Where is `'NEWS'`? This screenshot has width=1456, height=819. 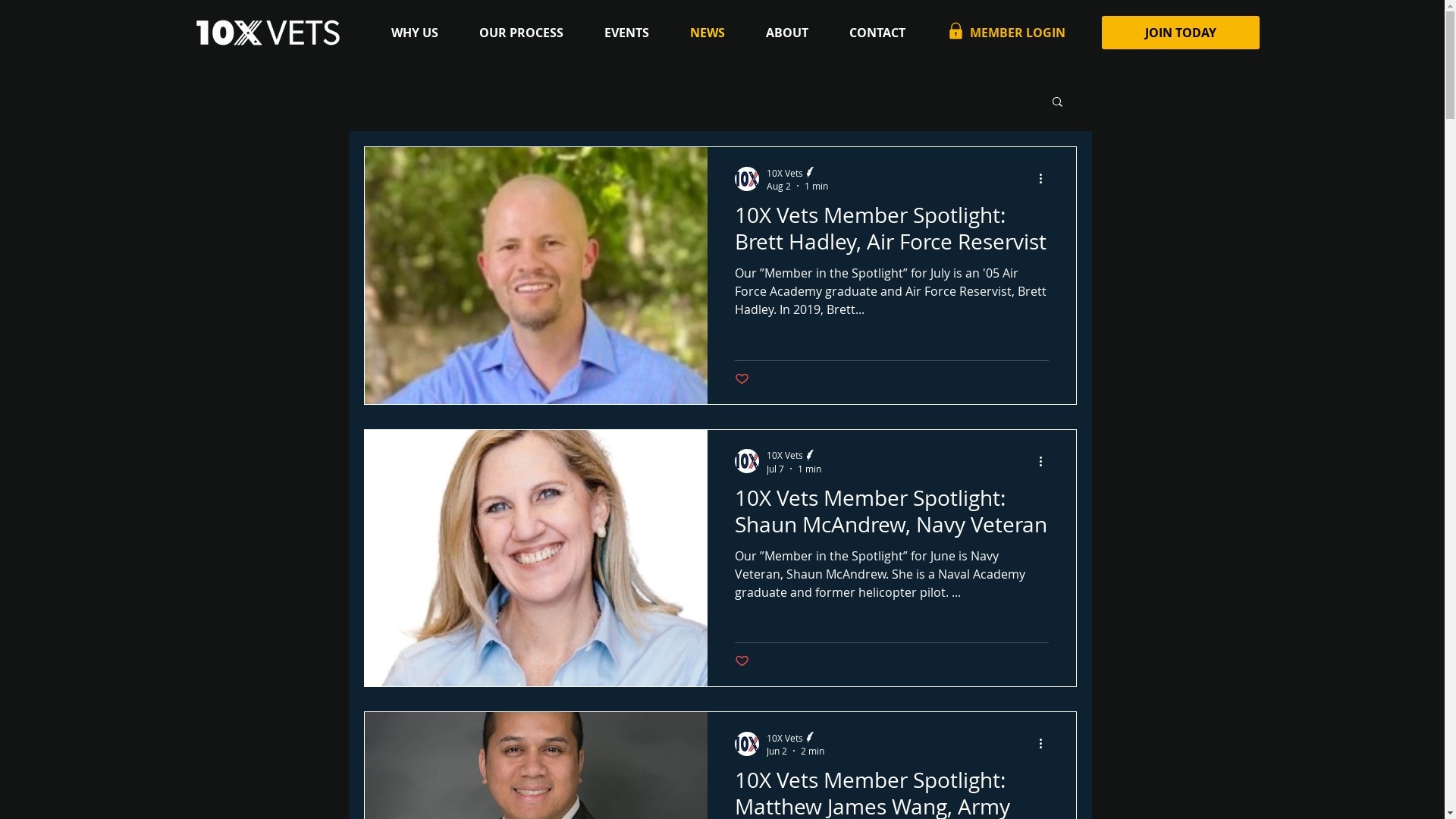
'NEWS' is located at coordinates (715, 32).